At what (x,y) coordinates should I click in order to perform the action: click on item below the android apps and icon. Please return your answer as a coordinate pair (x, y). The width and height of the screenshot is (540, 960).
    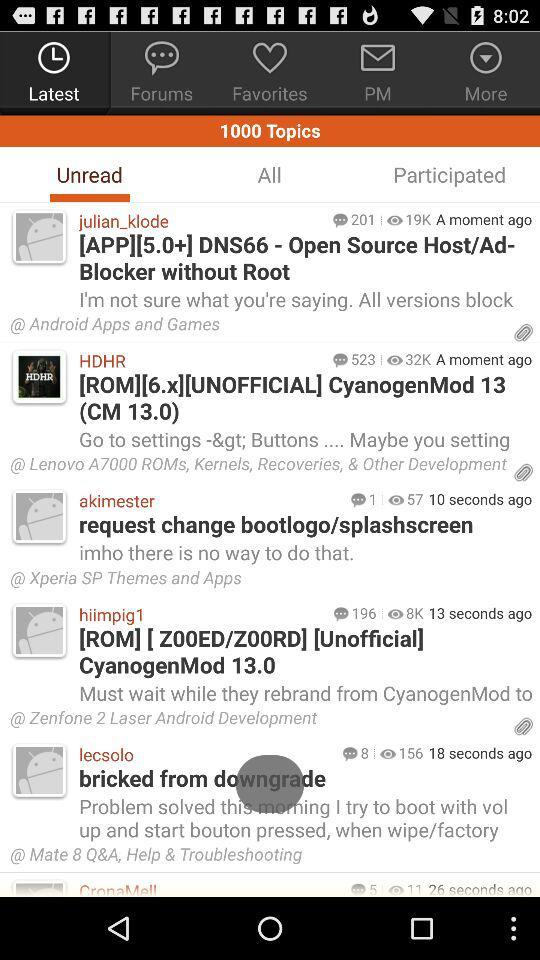
    Looking at the image, I should click on (417, 359).